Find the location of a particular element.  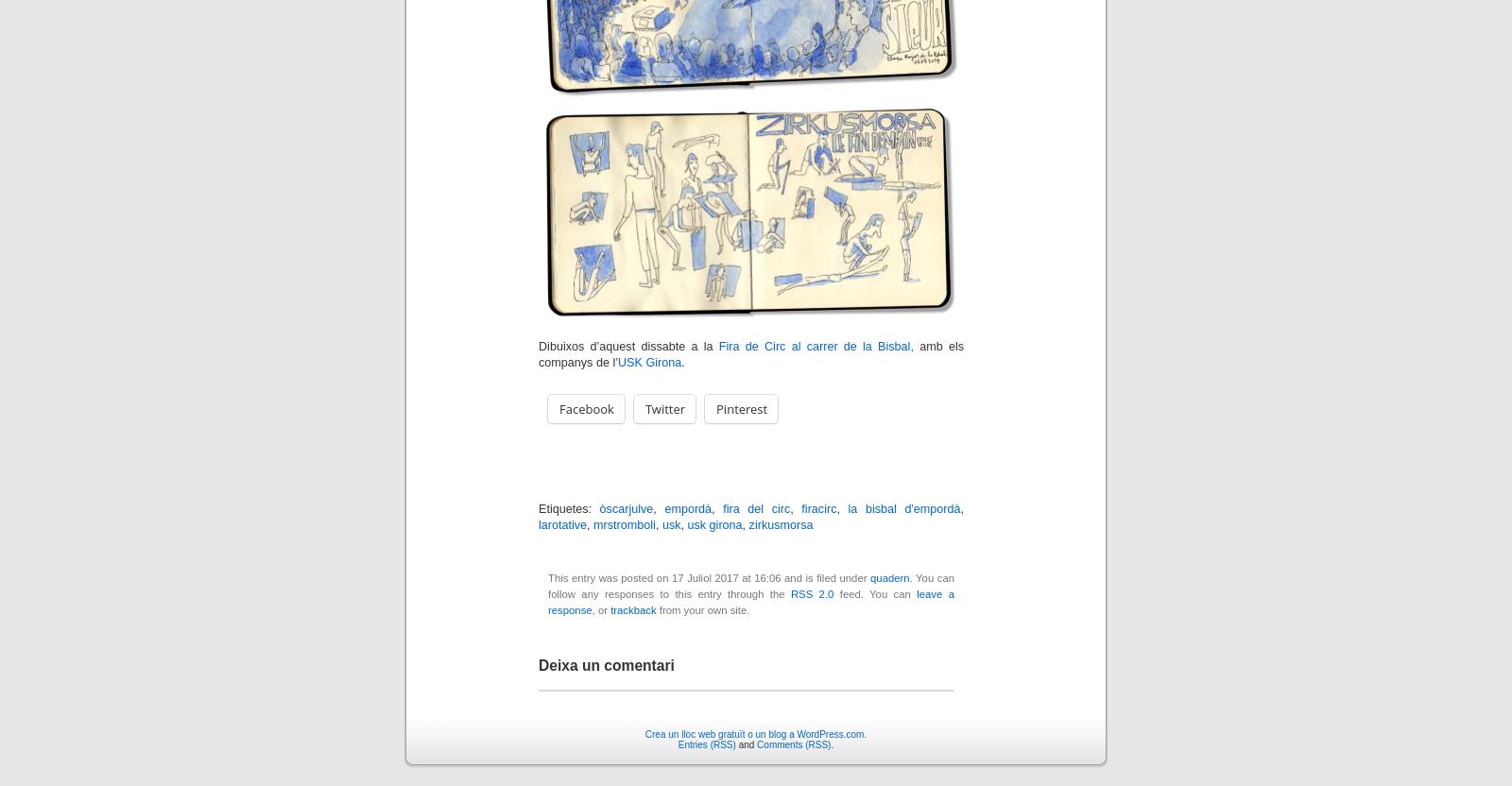

'feed.
													You can' is located at coordinates (873, 593).